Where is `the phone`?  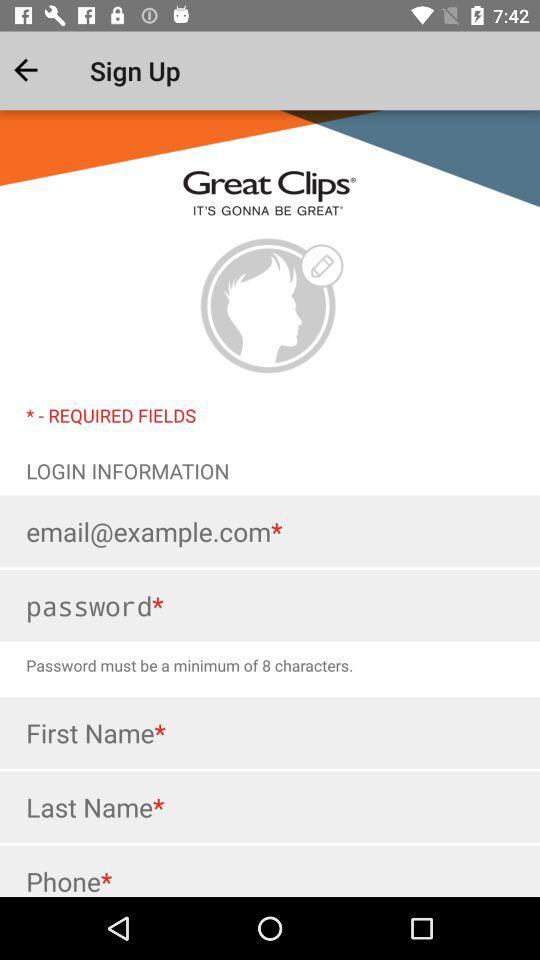
the phone is located at coordinates (270, 870).